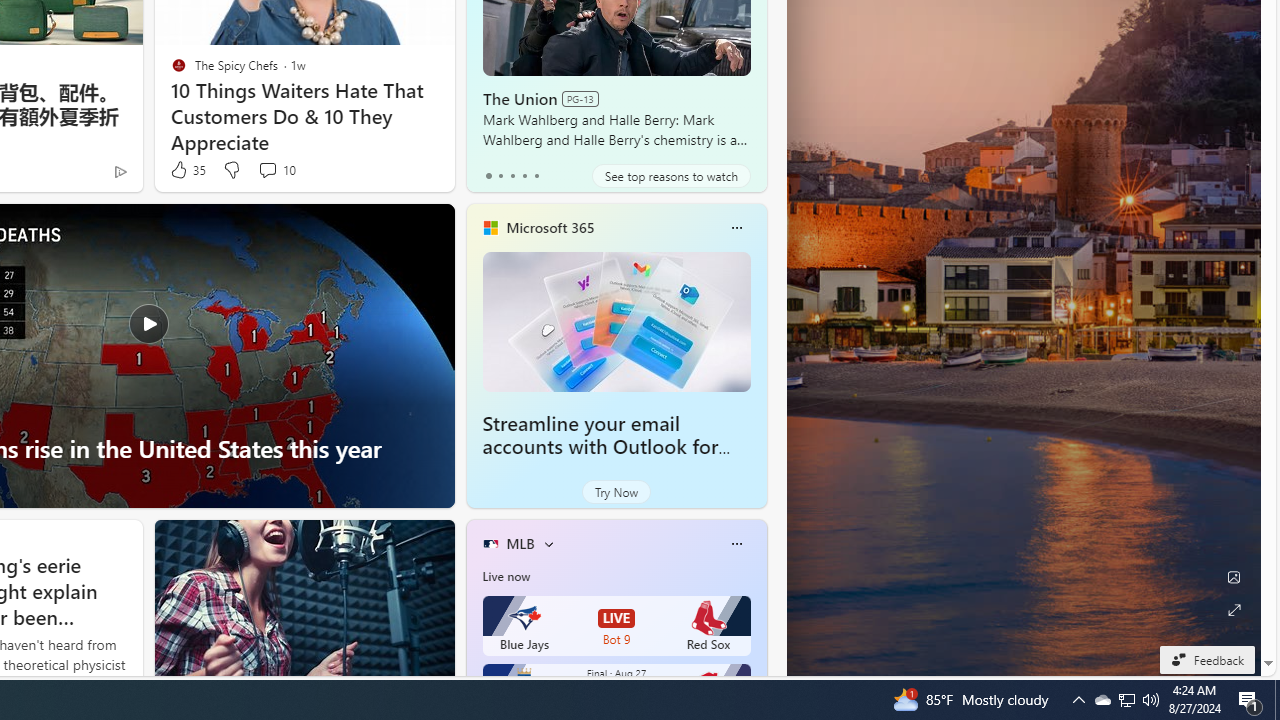 The image size is (1280, 720). I want to click on 'See top reasons to watch', so click(671, 175).